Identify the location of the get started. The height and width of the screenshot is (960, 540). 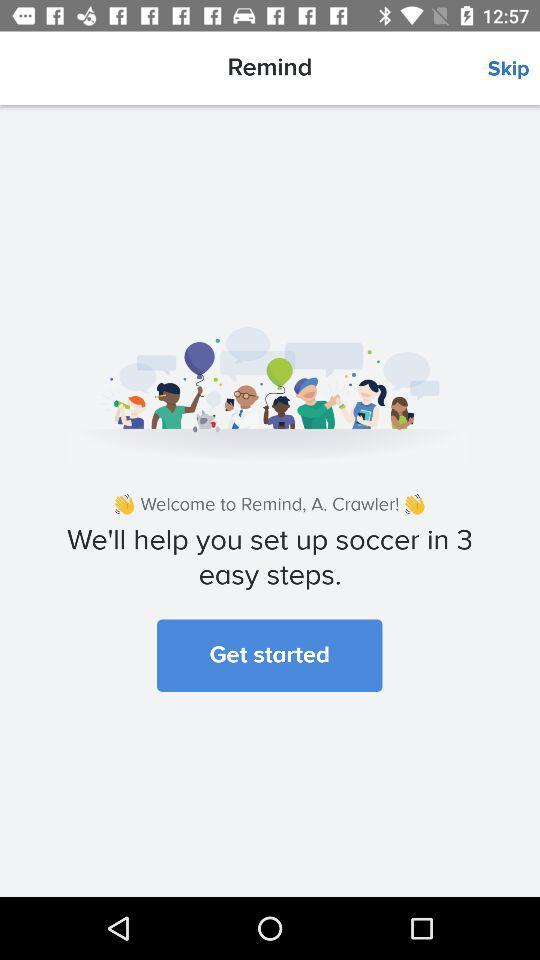
(269, 654).